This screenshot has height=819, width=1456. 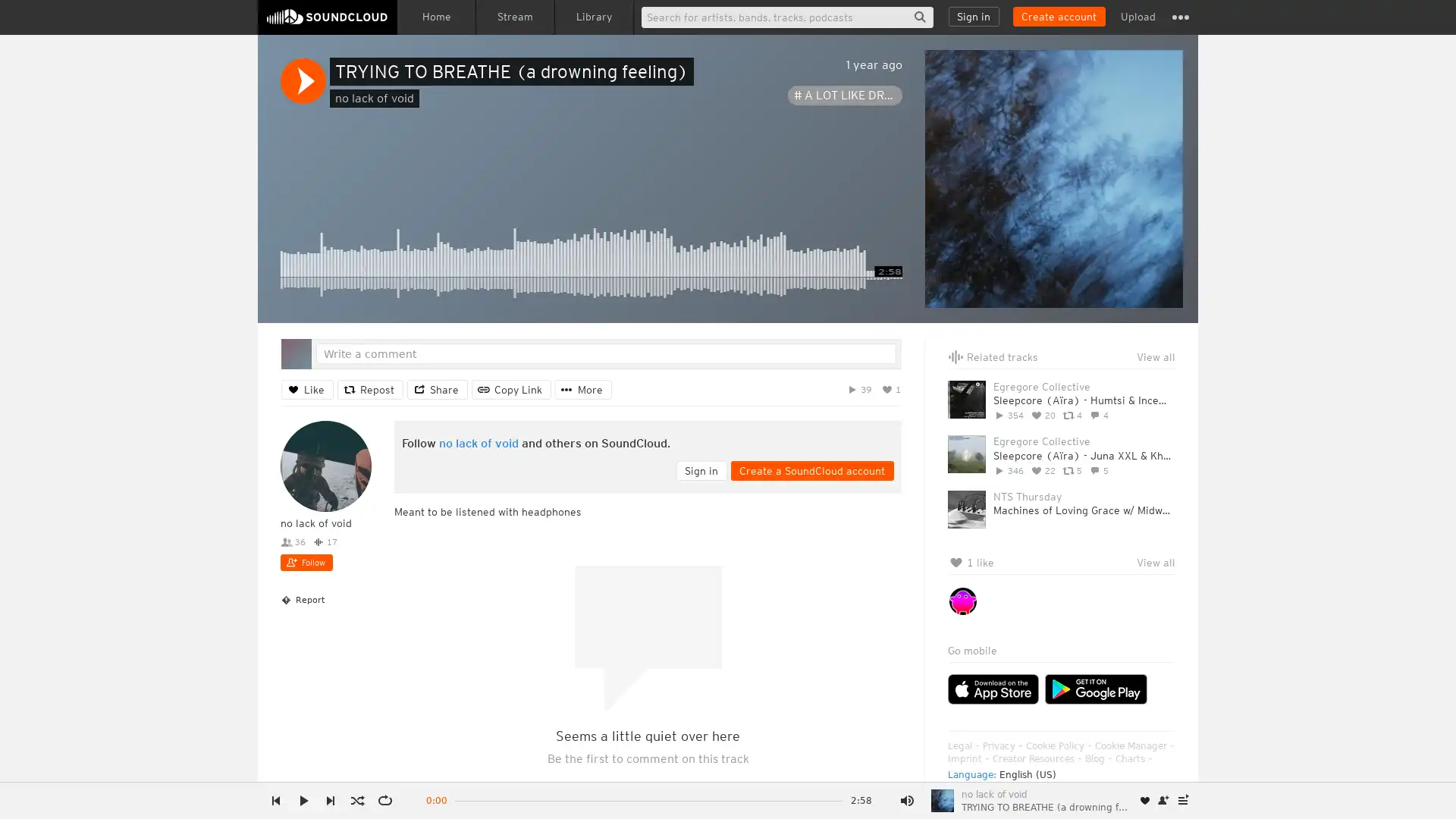 What do you see at coordinates (811, 469) in the screenshot?
I see `Create a SoundCloud account` at bounding box center [811, 469].